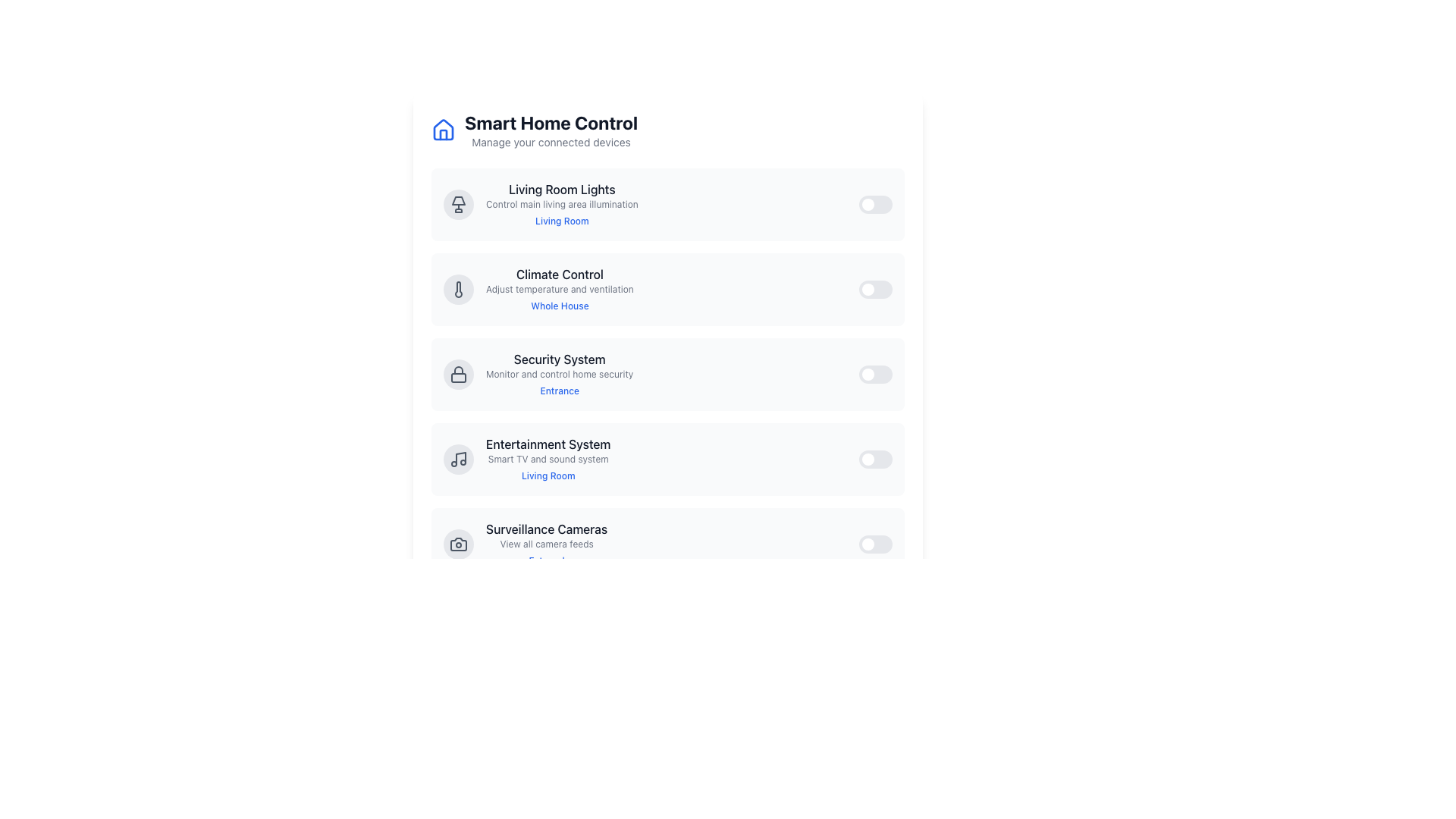  Describe the element at coordinates (876, 289) in the screenshot. I see `the toggle switch for 'Climate Control'` at that location.